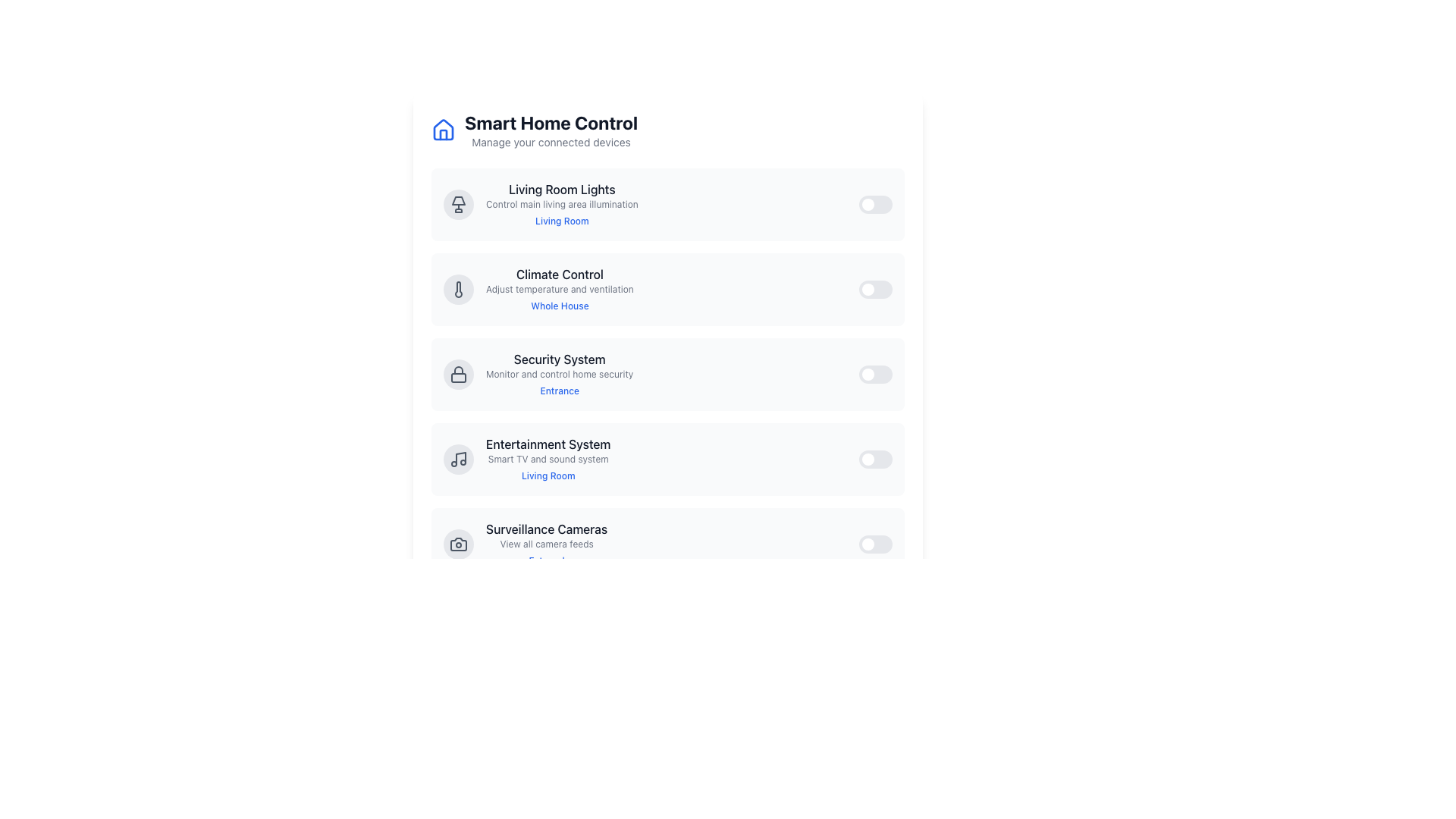  Describe the element at coordinates (876, 289) in the screenshot. I see `the toggle switch for 'Climate Control'` at that location.